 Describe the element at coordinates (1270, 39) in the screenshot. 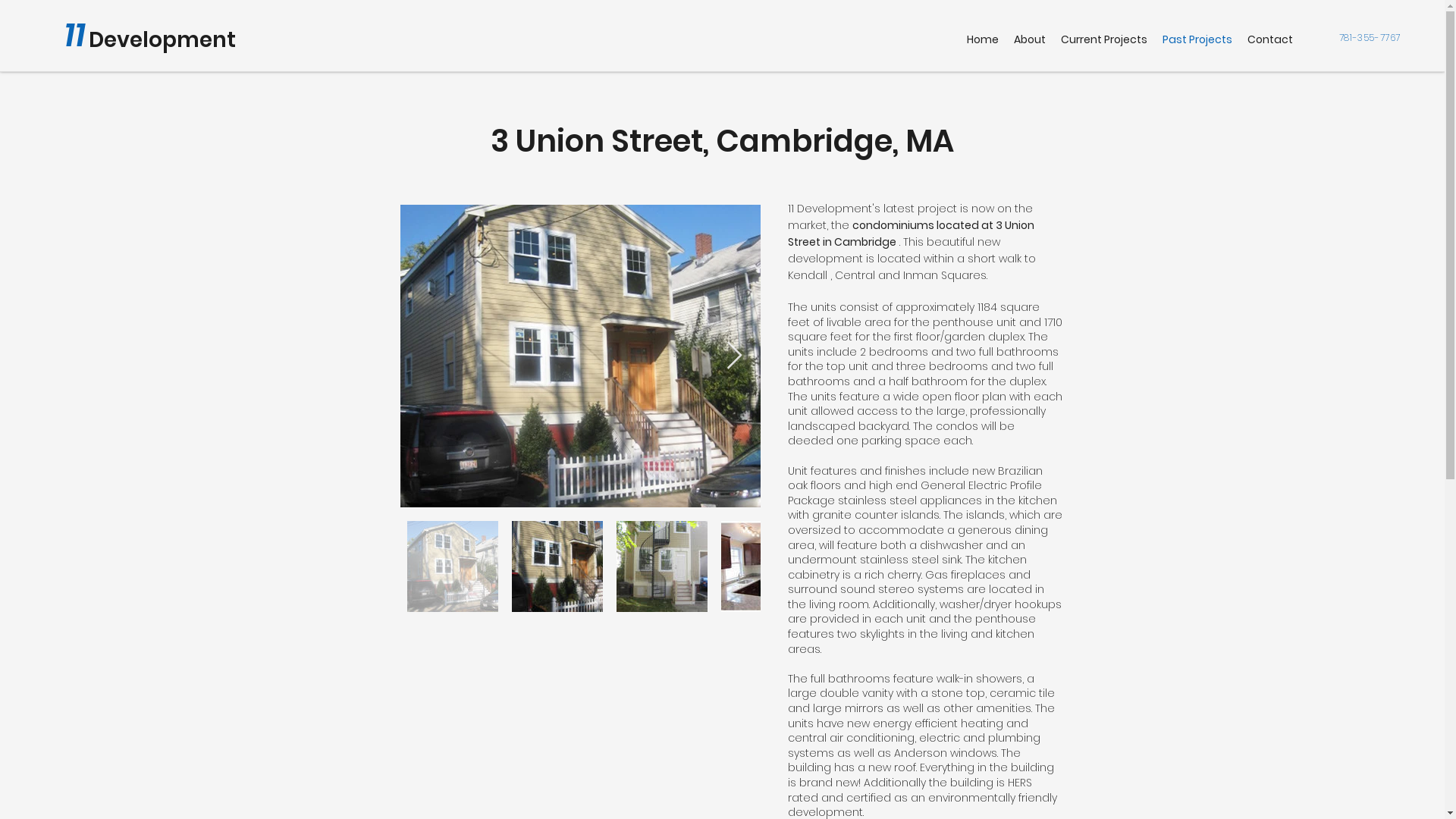

I see `'Contact'` at that location.